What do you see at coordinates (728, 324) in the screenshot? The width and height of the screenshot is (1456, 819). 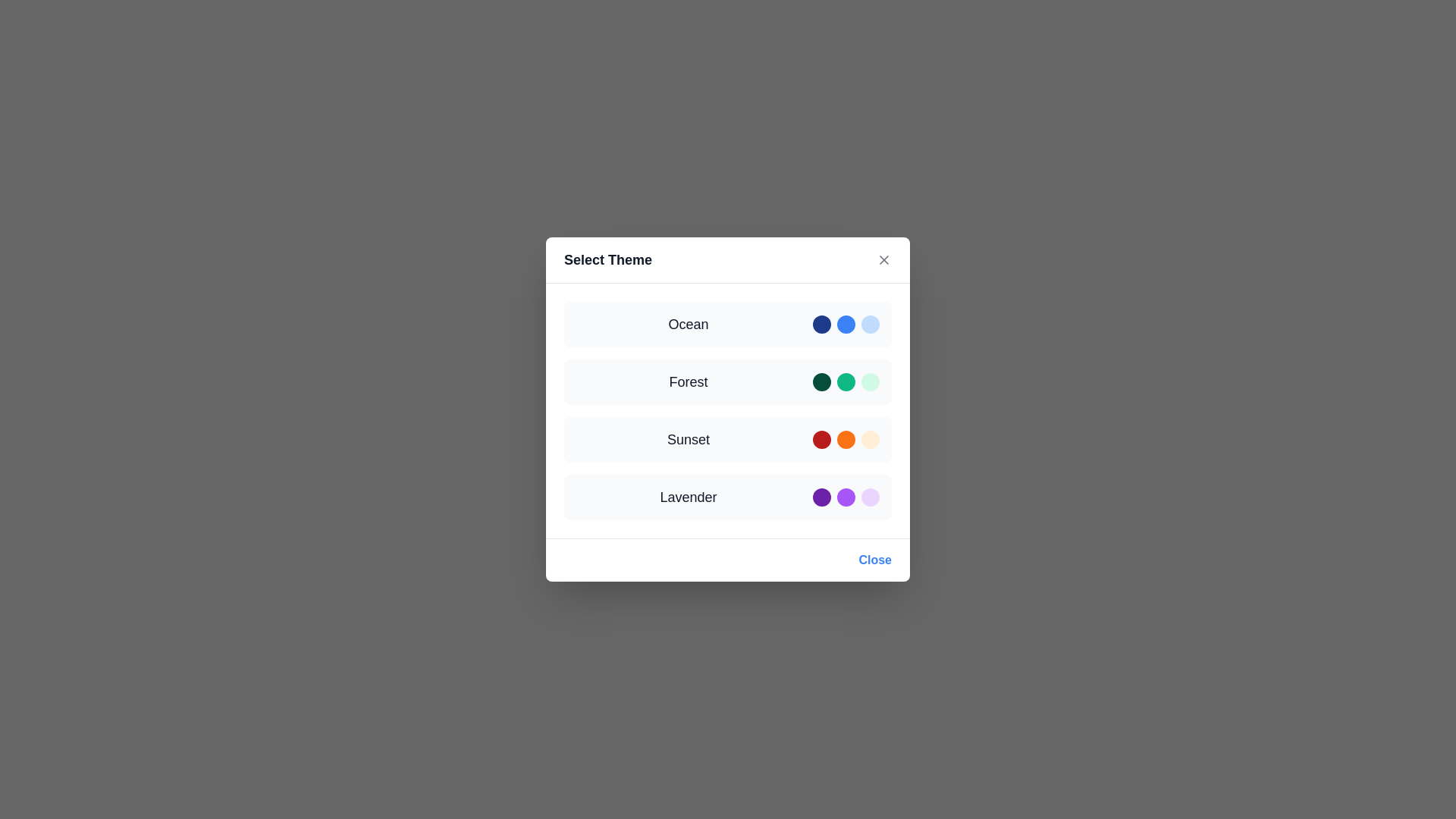 I see `the theme Ocean by clicking on its corresponding interactive area` at bounding box center [728, 324].